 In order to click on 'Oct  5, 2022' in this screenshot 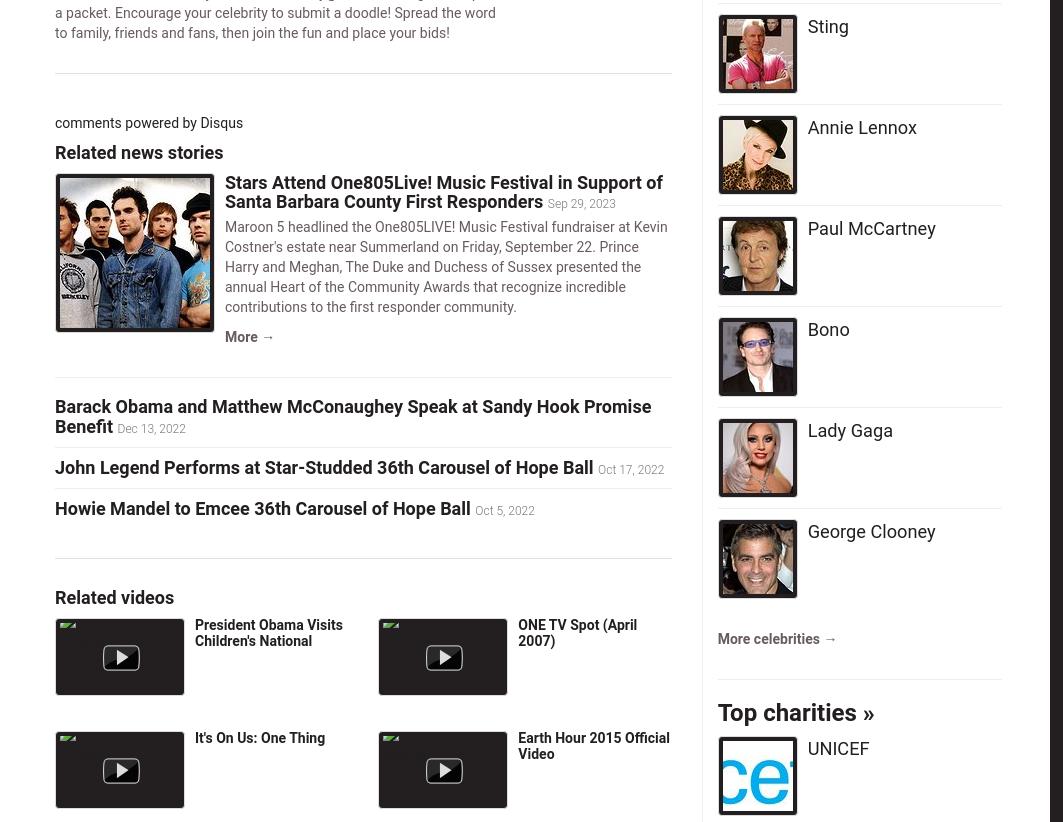, I will do `click(504, 508)`.